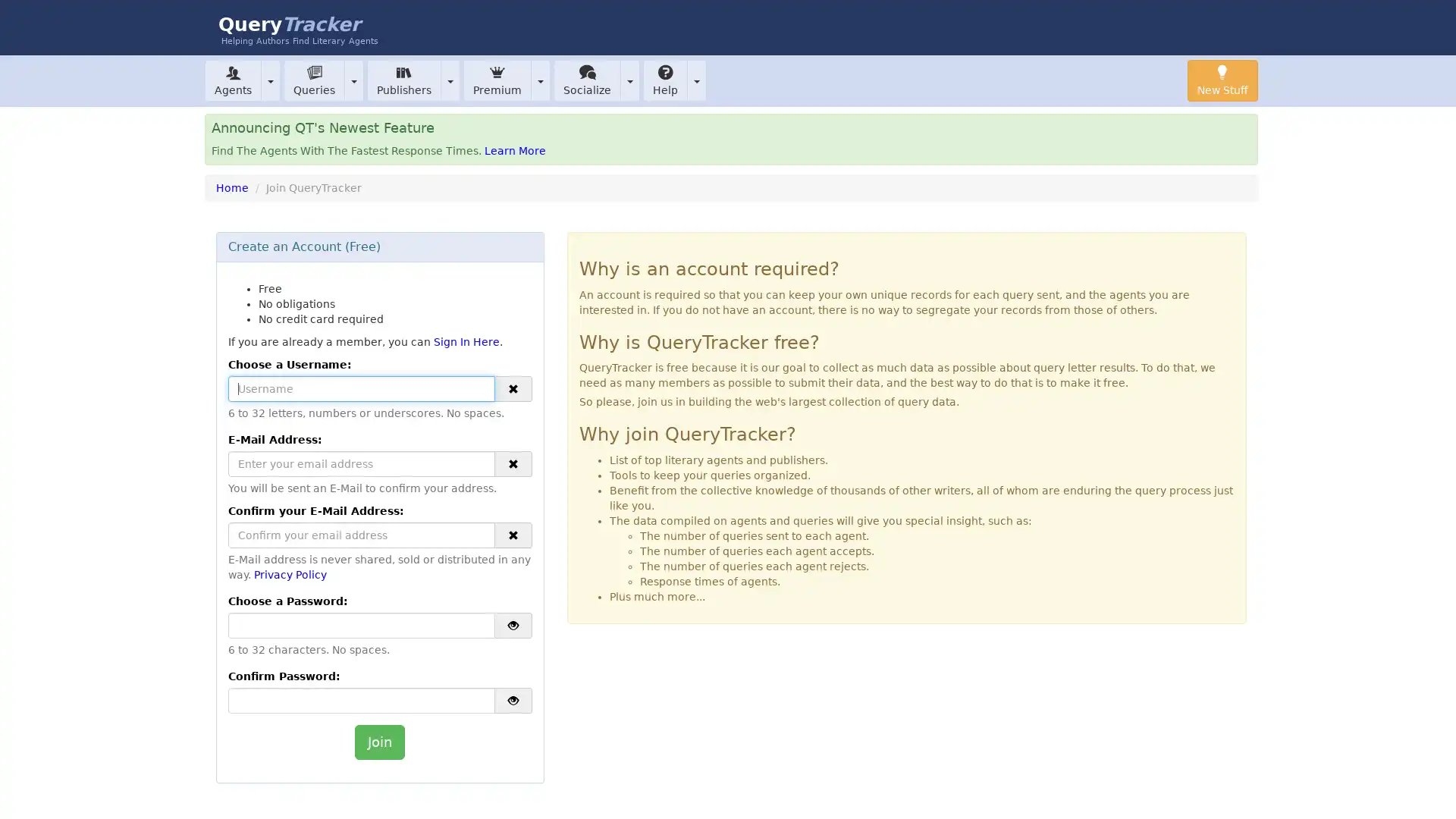  What do you see at coordinates (695, 80) in the screenshot?
I see `Toggle Dropdown` at bounding box center [695, 80].